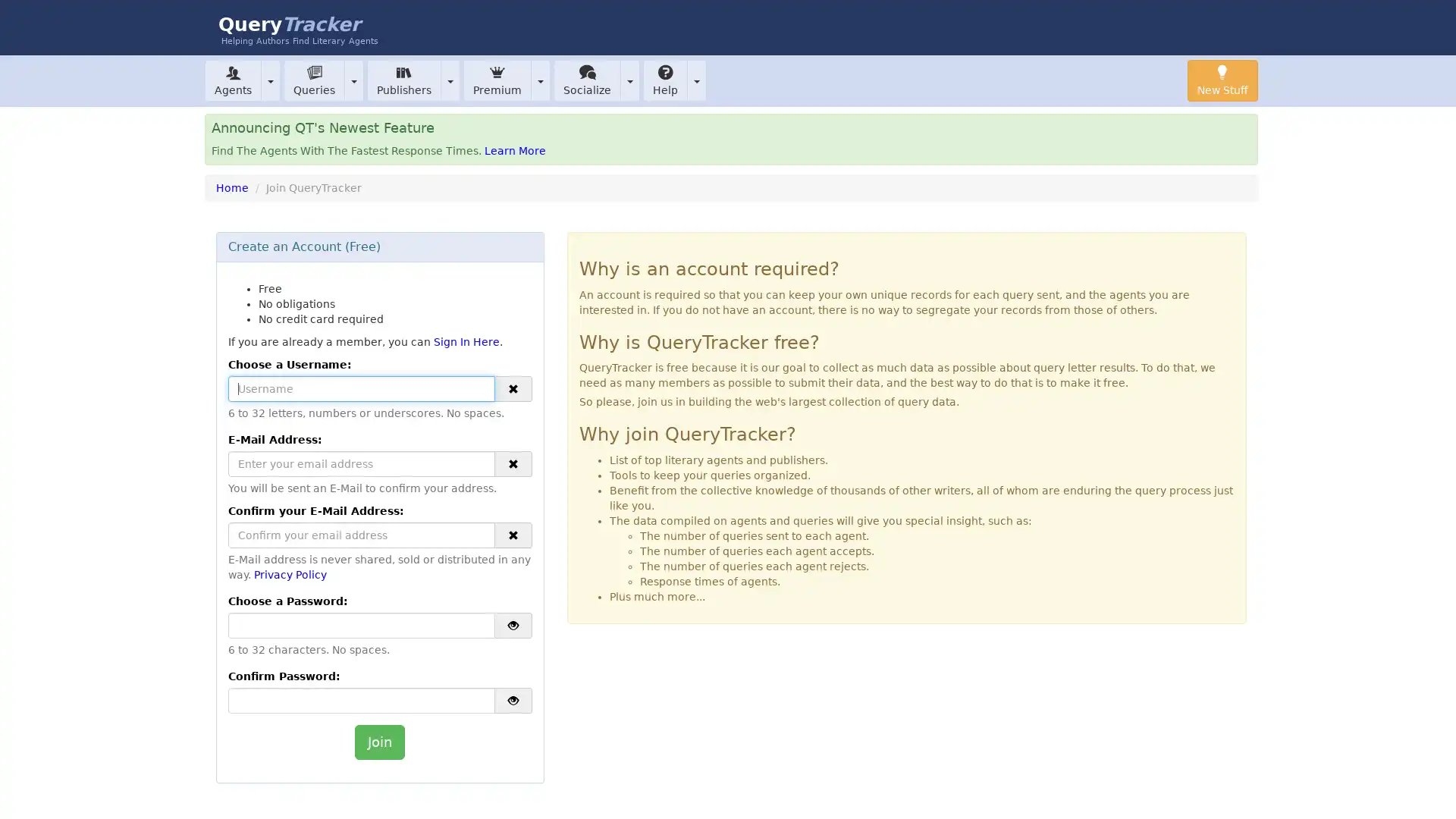  What do you see at coordinates (695, 80) in the screenshot?
I see `Toggle Dropdown` at bounding box center [695, 80].